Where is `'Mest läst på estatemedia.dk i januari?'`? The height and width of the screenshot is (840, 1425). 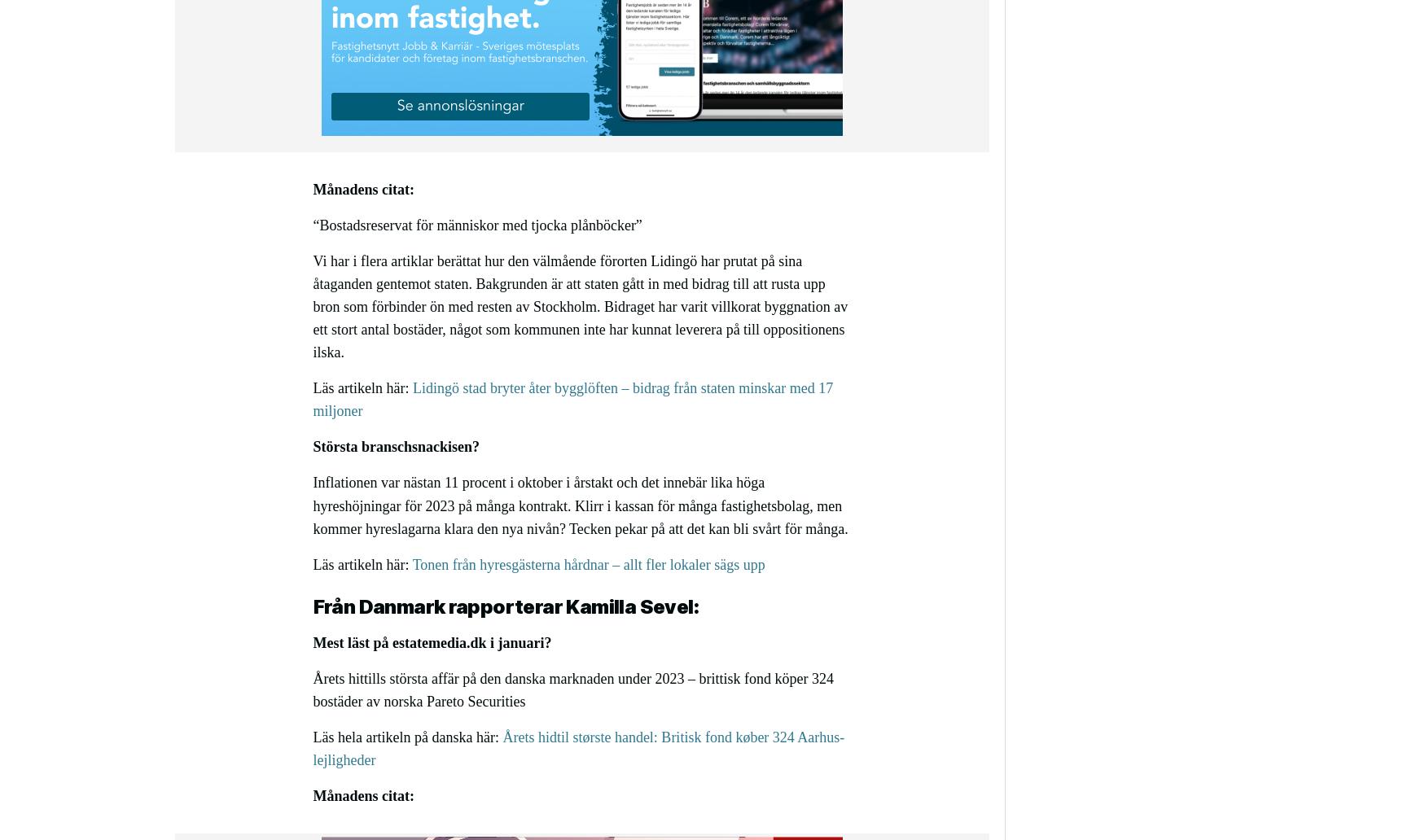
'Mest läst på estatemedia.dk i januari?' is located at coordinates (431, 641).